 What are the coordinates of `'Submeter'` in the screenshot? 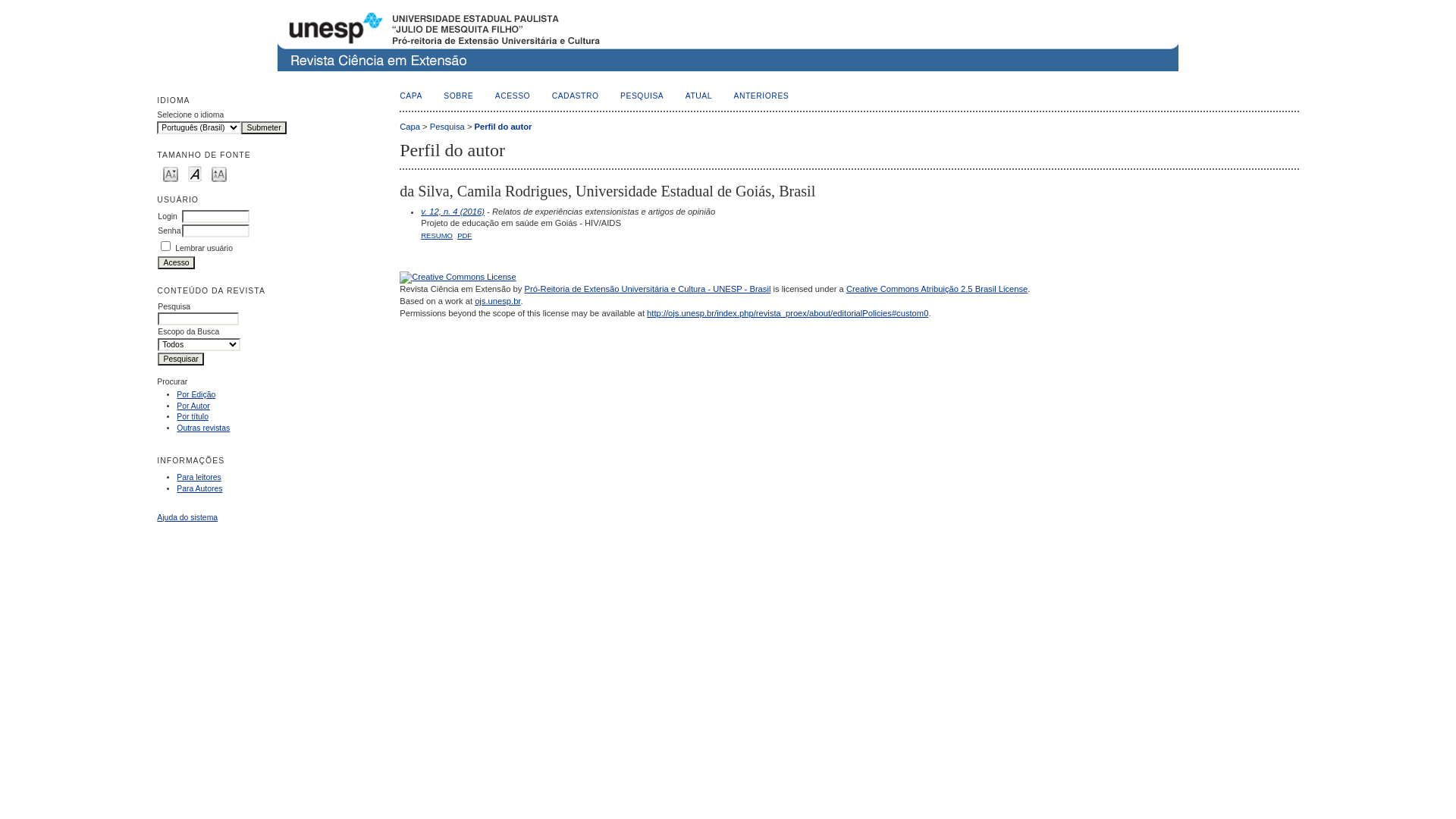 It's located at (263, 127).